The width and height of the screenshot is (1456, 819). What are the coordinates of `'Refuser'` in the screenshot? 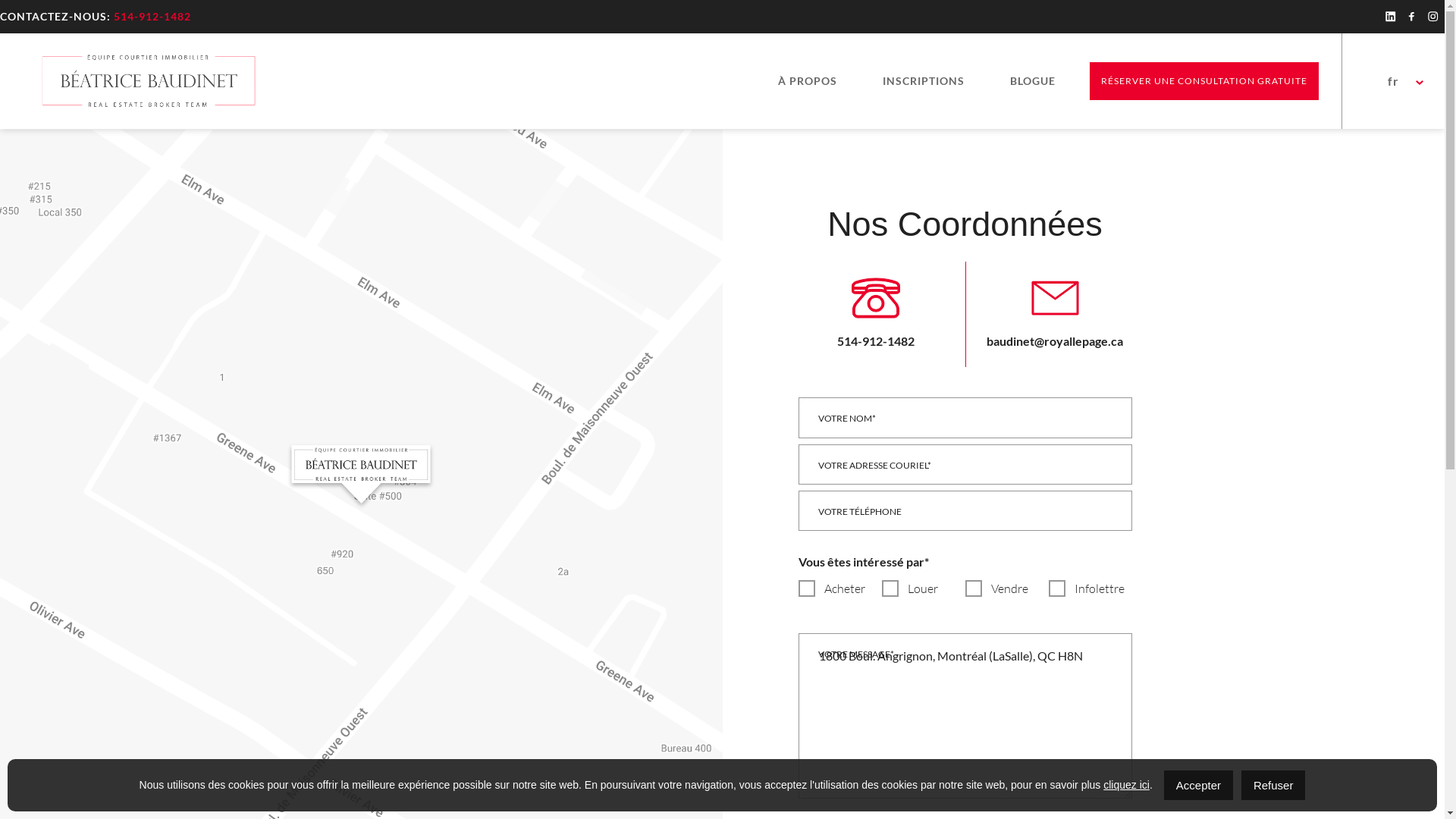 It's located at (1273, 785).